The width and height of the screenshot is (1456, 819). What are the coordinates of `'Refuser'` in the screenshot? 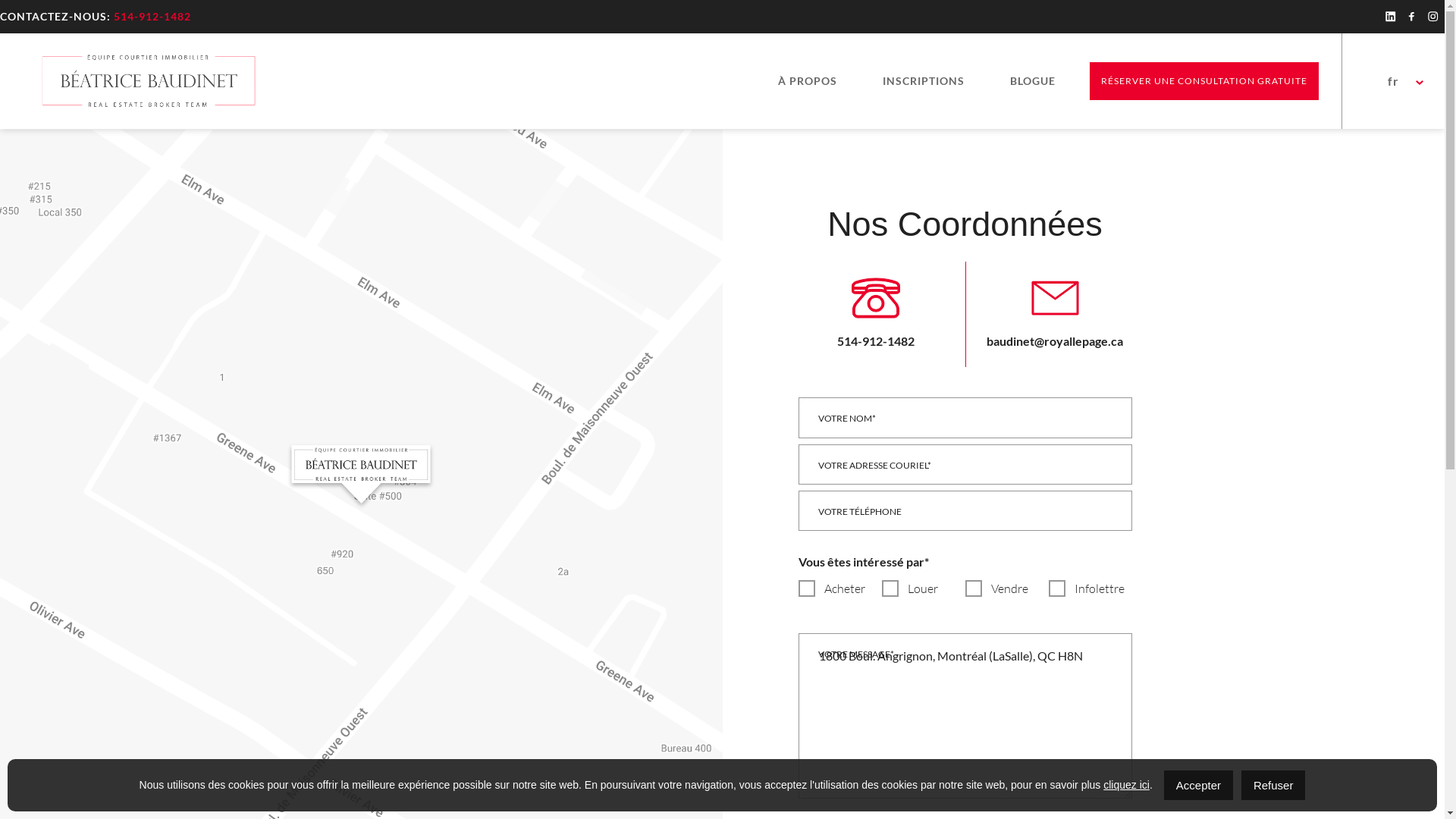 It's located at (1273, 785).